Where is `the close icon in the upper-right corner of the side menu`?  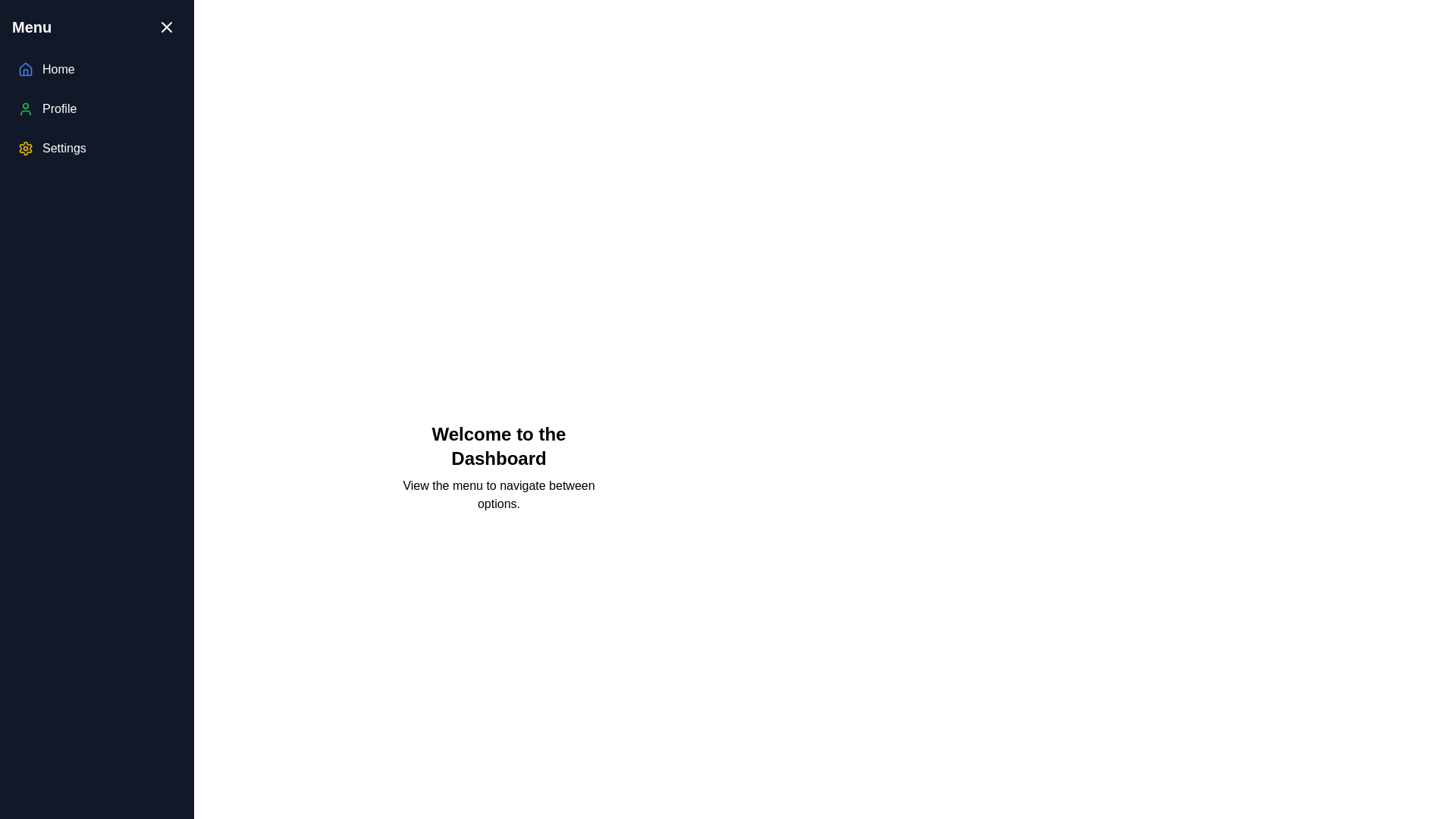 the close icon in the upper-right corner of the side menu is located at coordinates (167, 27).